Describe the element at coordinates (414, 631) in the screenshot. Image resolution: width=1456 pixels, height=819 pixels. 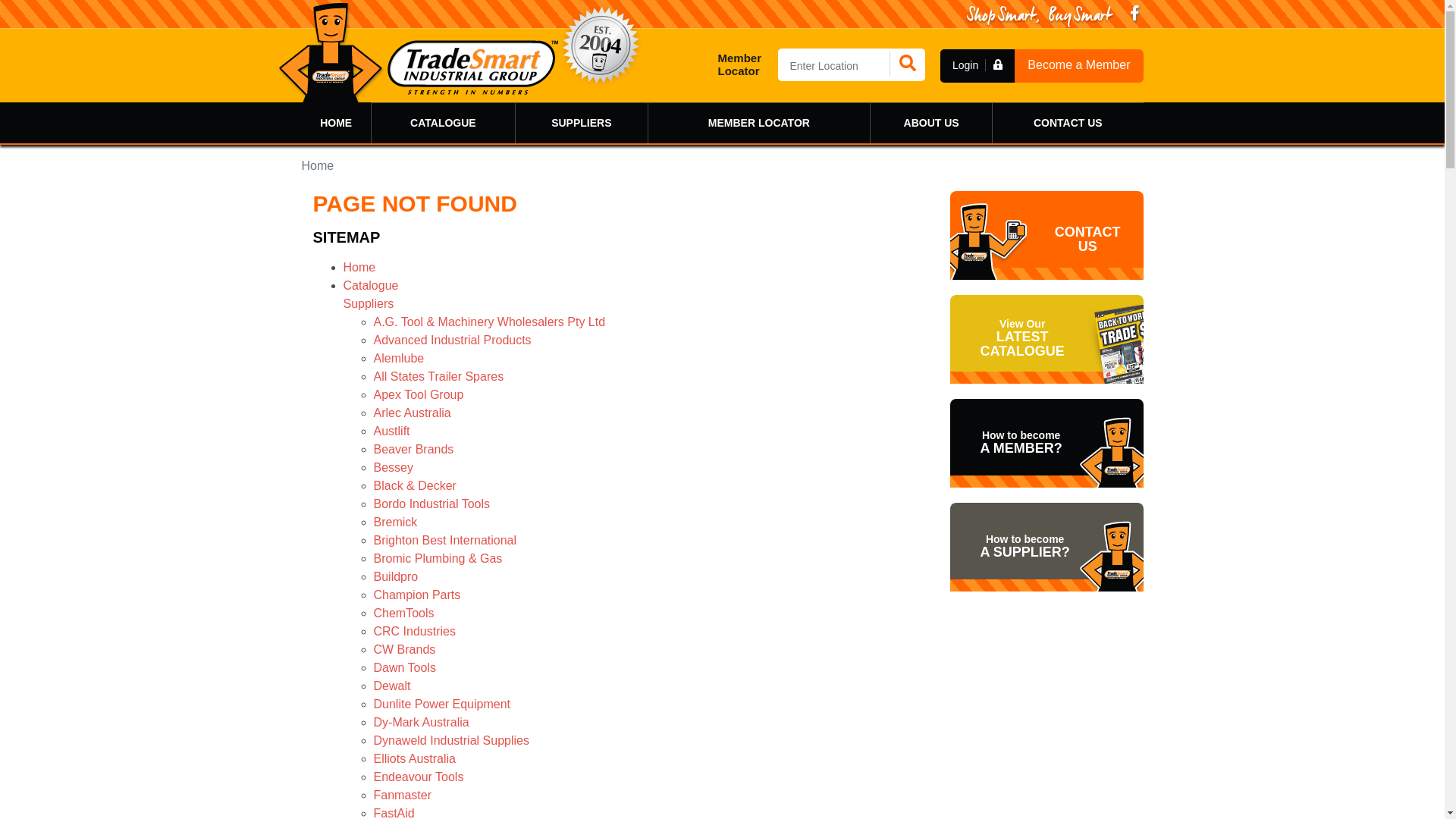
I see `'CRC Industries'` at that location.